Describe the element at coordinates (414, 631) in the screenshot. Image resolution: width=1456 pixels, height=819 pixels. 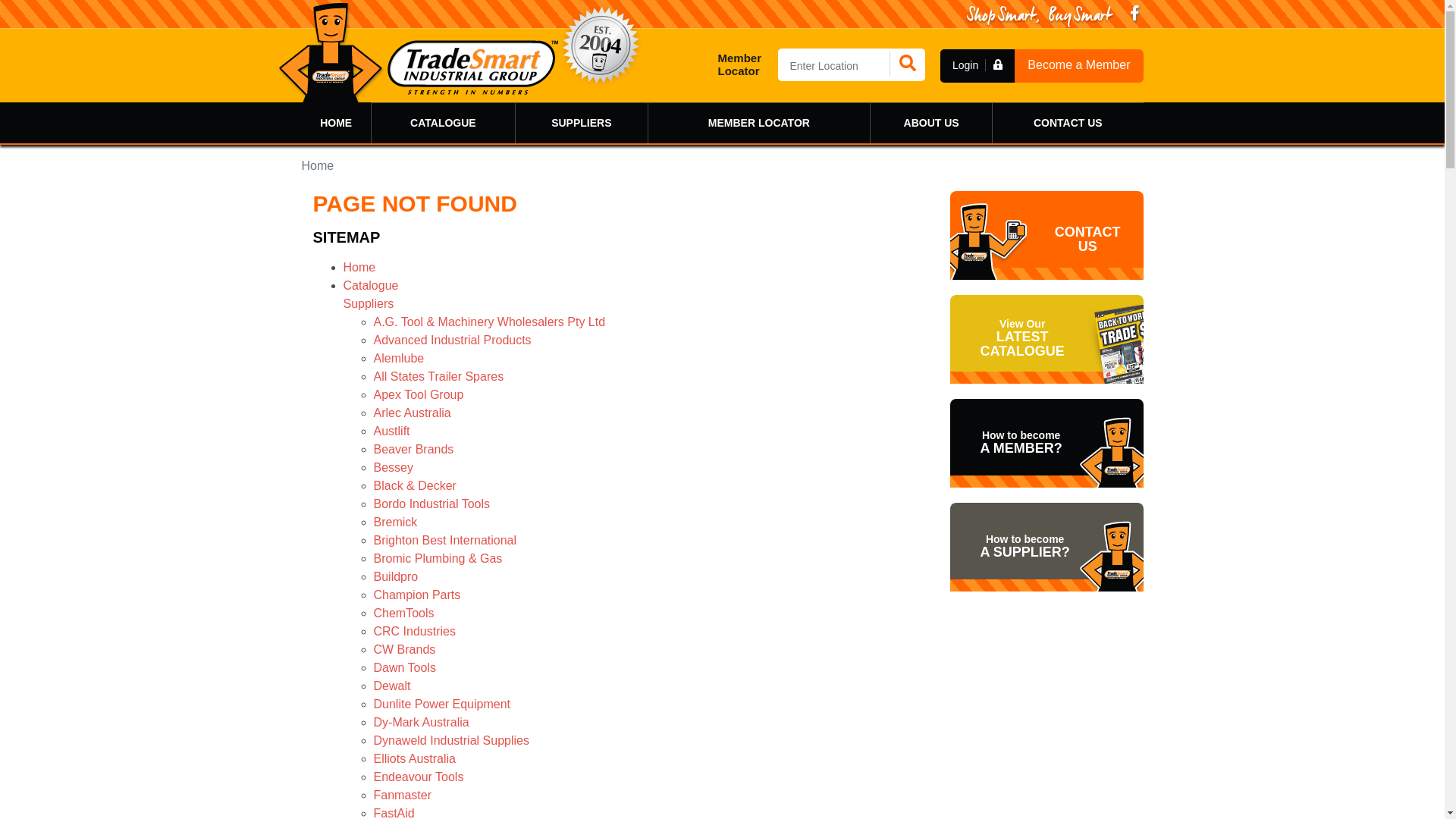
I see `'CRC Industries'` at that location.